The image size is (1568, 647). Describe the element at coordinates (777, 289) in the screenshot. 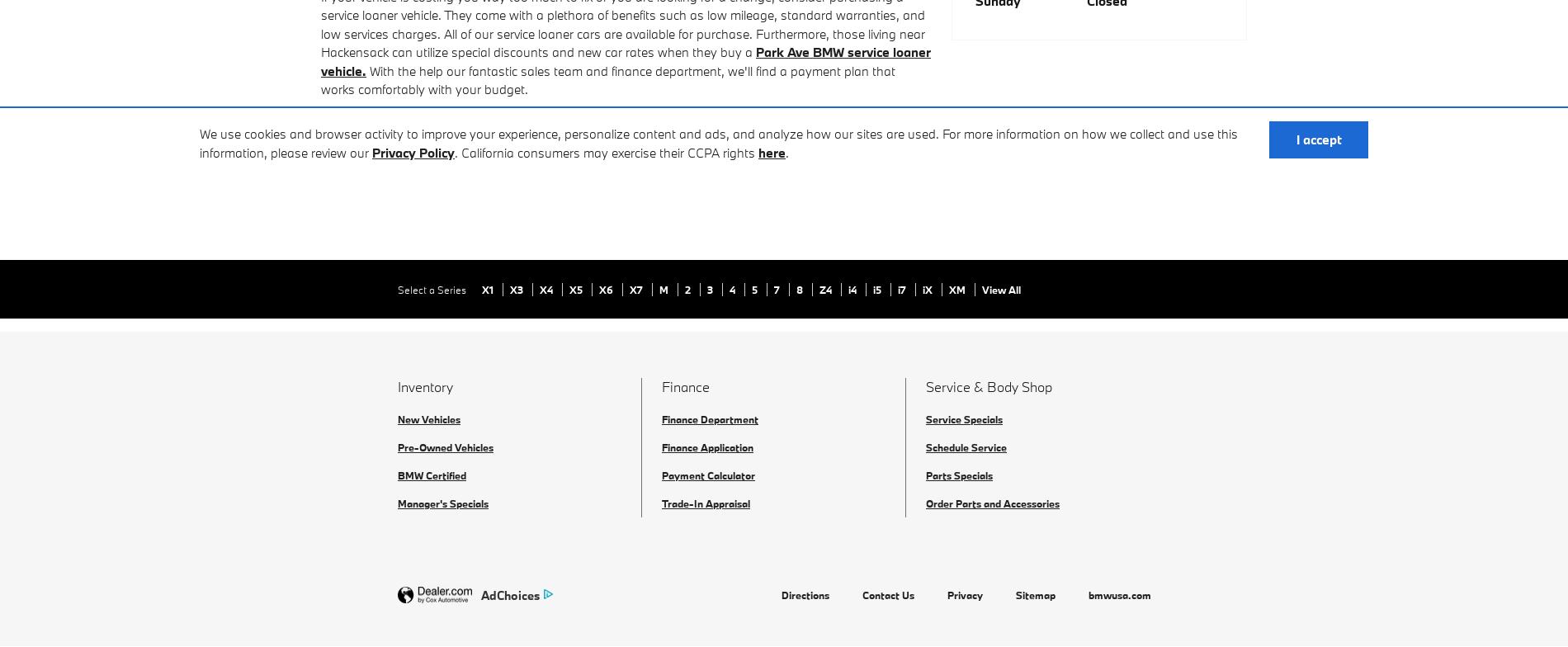

I see `'7'` at that location.